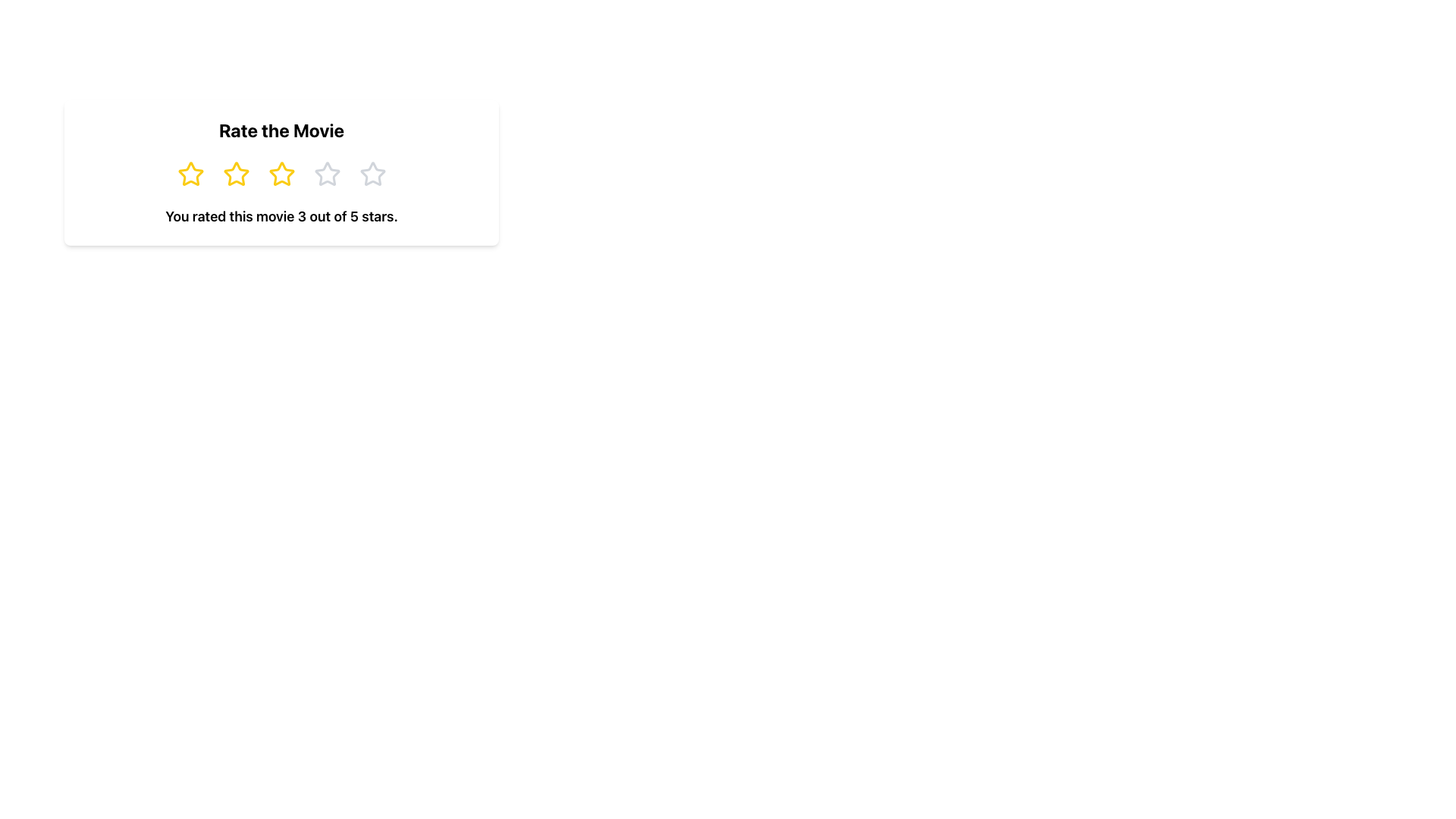  I want to click on the fourth star icon in the 'Rate the Movie' card panel, so click(372, 173).